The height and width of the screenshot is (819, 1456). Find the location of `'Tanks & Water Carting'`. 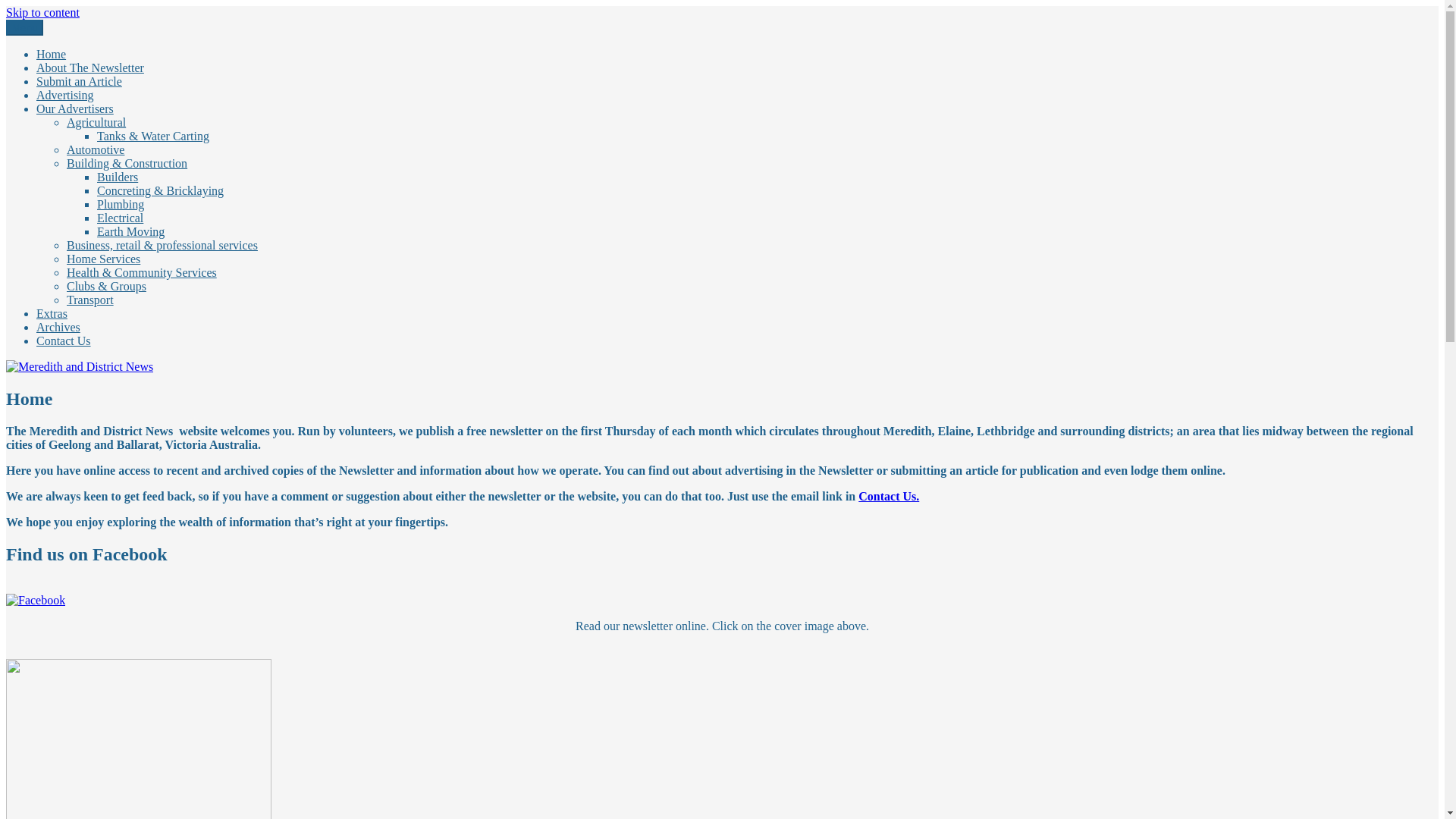

'Tanks & Water Carting' is located at coordinates (152, 135).